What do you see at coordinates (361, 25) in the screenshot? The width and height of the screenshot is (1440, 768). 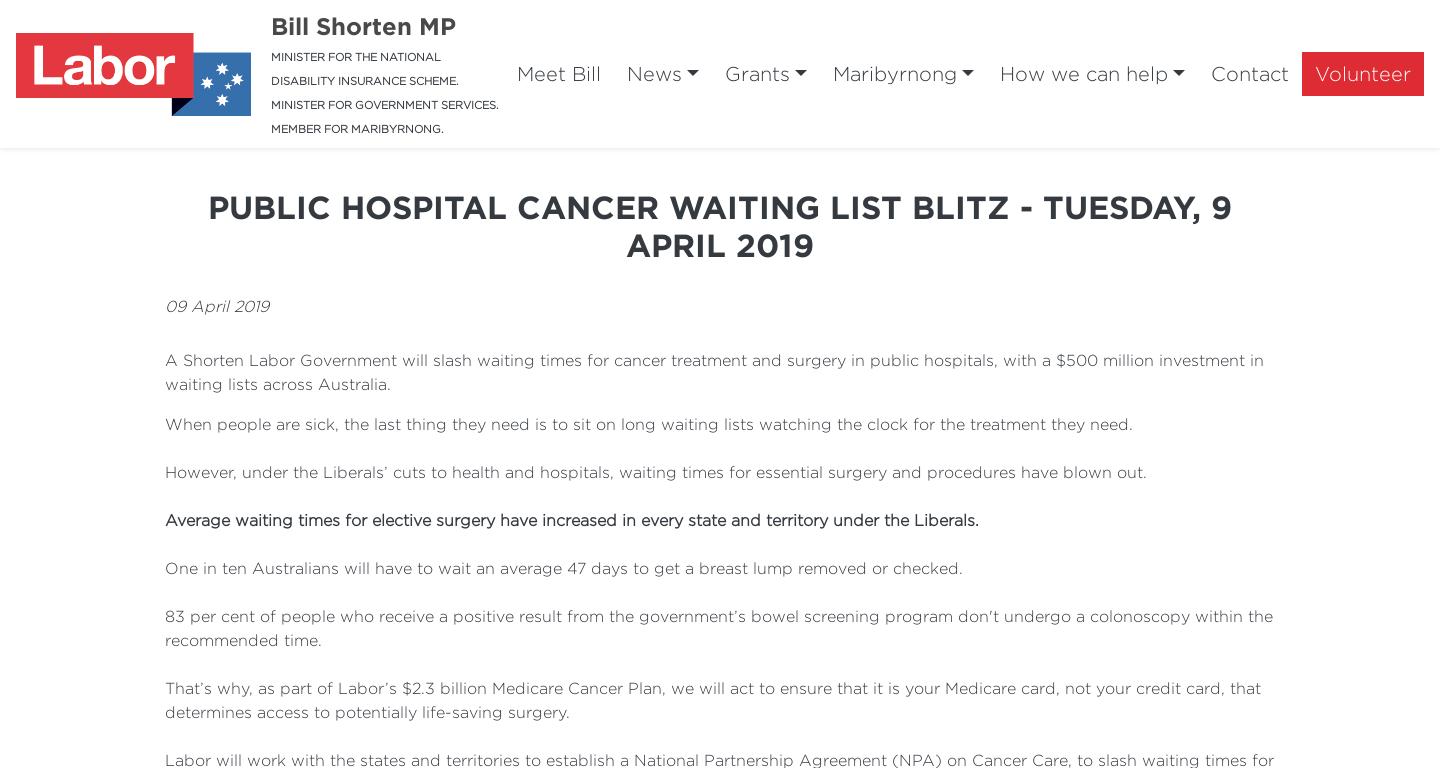 I see `'Bill Shorten MP'` at bounding box center [361, 25].